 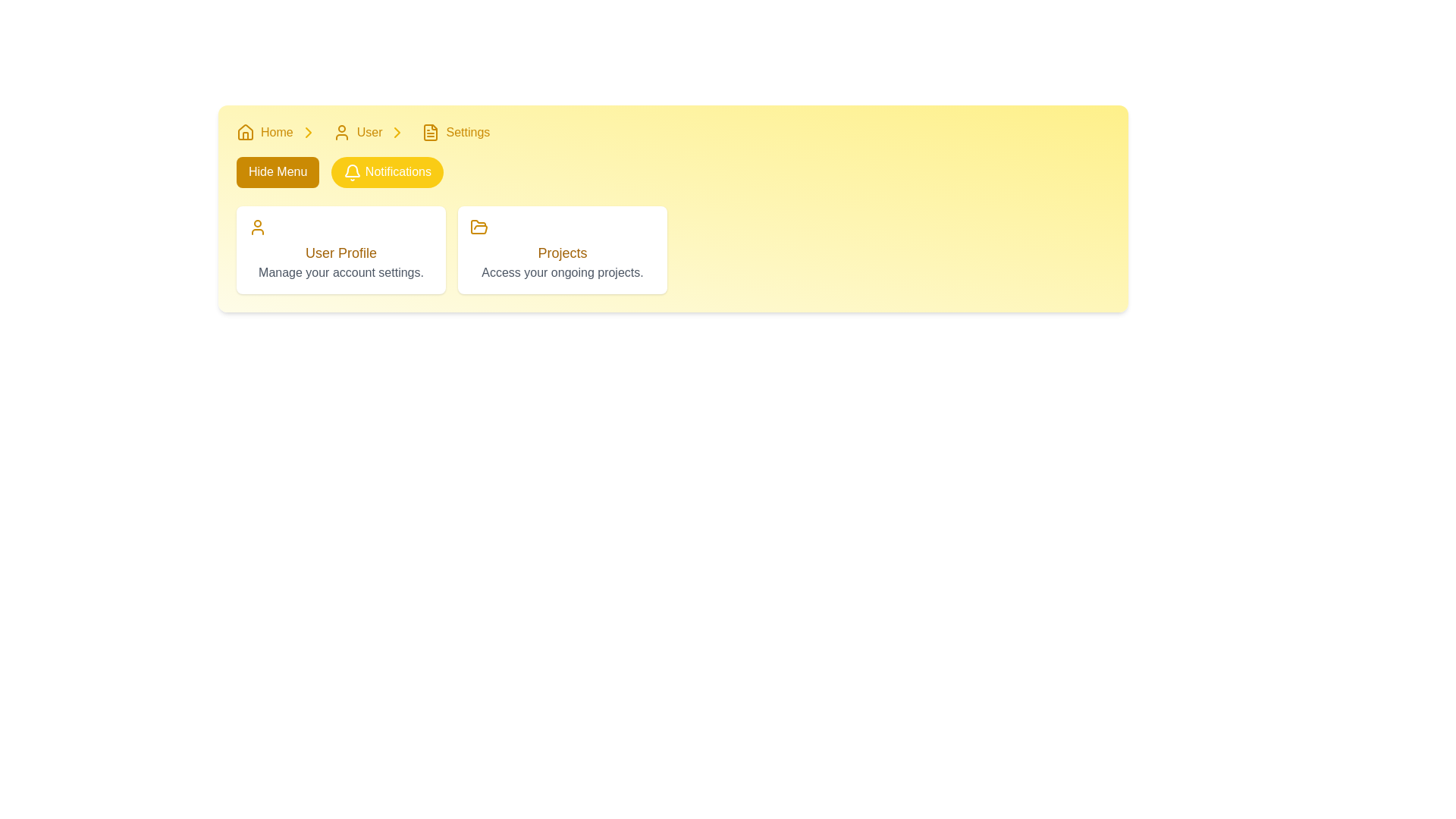 What do you see at coordinates (278, 171) in the screenshot?
I see `the rectangular button with rounded corners, yellow background, and white text that says 'Hide Menu' to hide the menu` at bounding box center [278, 171].